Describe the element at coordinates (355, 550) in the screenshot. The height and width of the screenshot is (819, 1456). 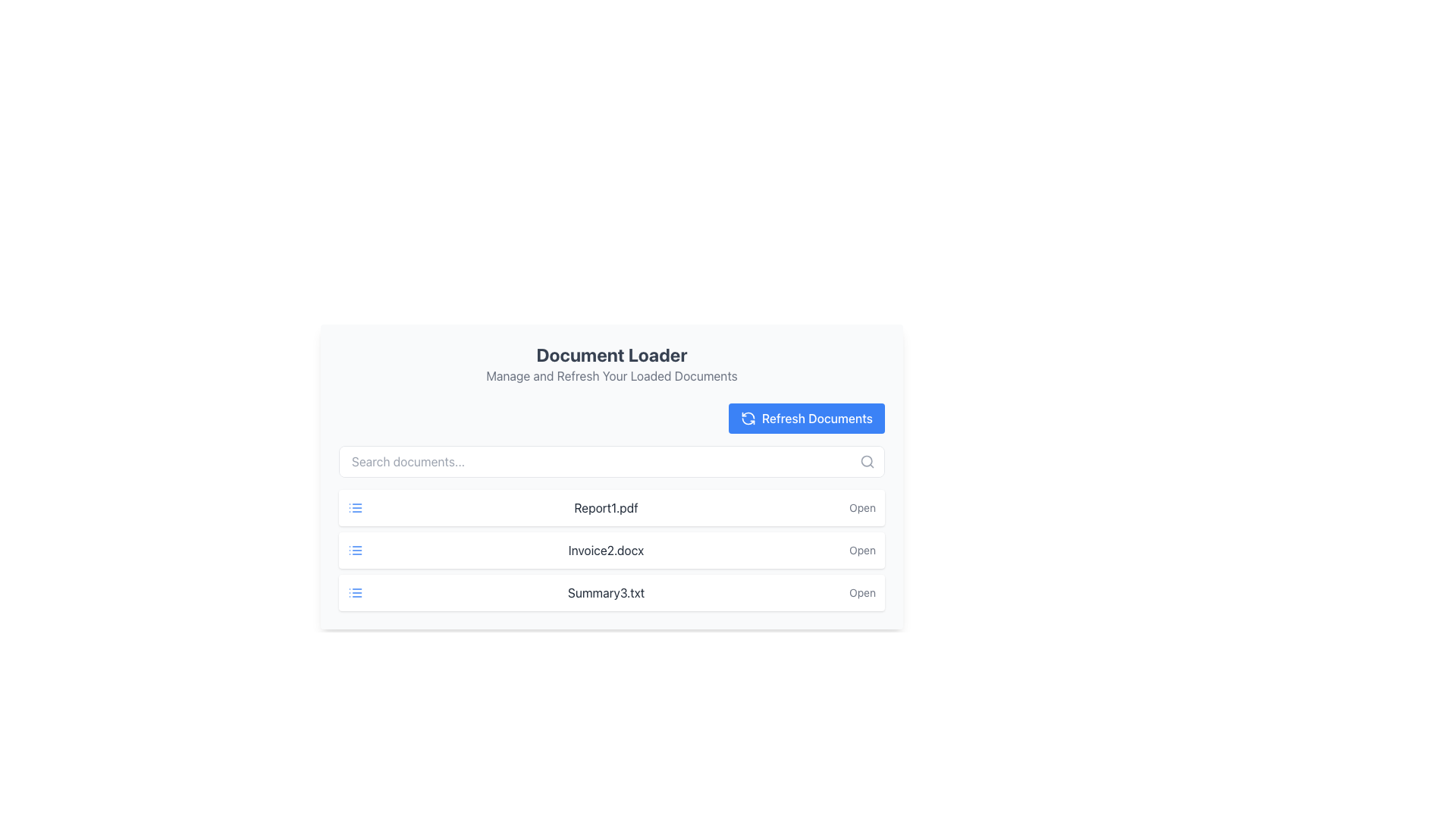
I see `the icon representing the document type located to the left of 'Invoice2.docx'` at that location.